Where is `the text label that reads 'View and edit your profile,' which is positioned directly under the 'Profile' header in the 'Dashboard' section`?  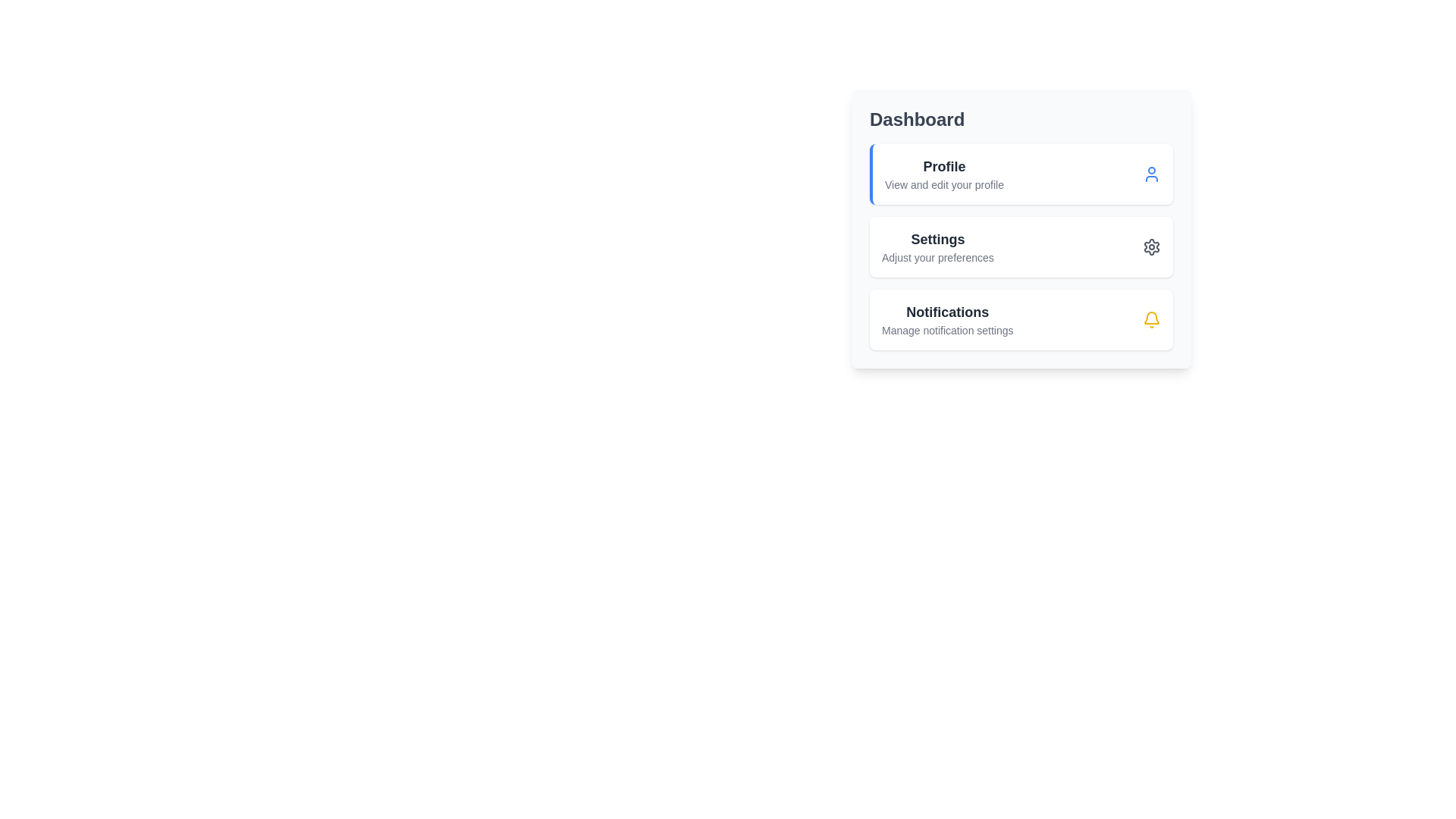
the text label that reads 'View and edit your profile,' which is positioned directly under the 'Profile' header in the 'Dashboard' section is located at coordinates (943, 184).